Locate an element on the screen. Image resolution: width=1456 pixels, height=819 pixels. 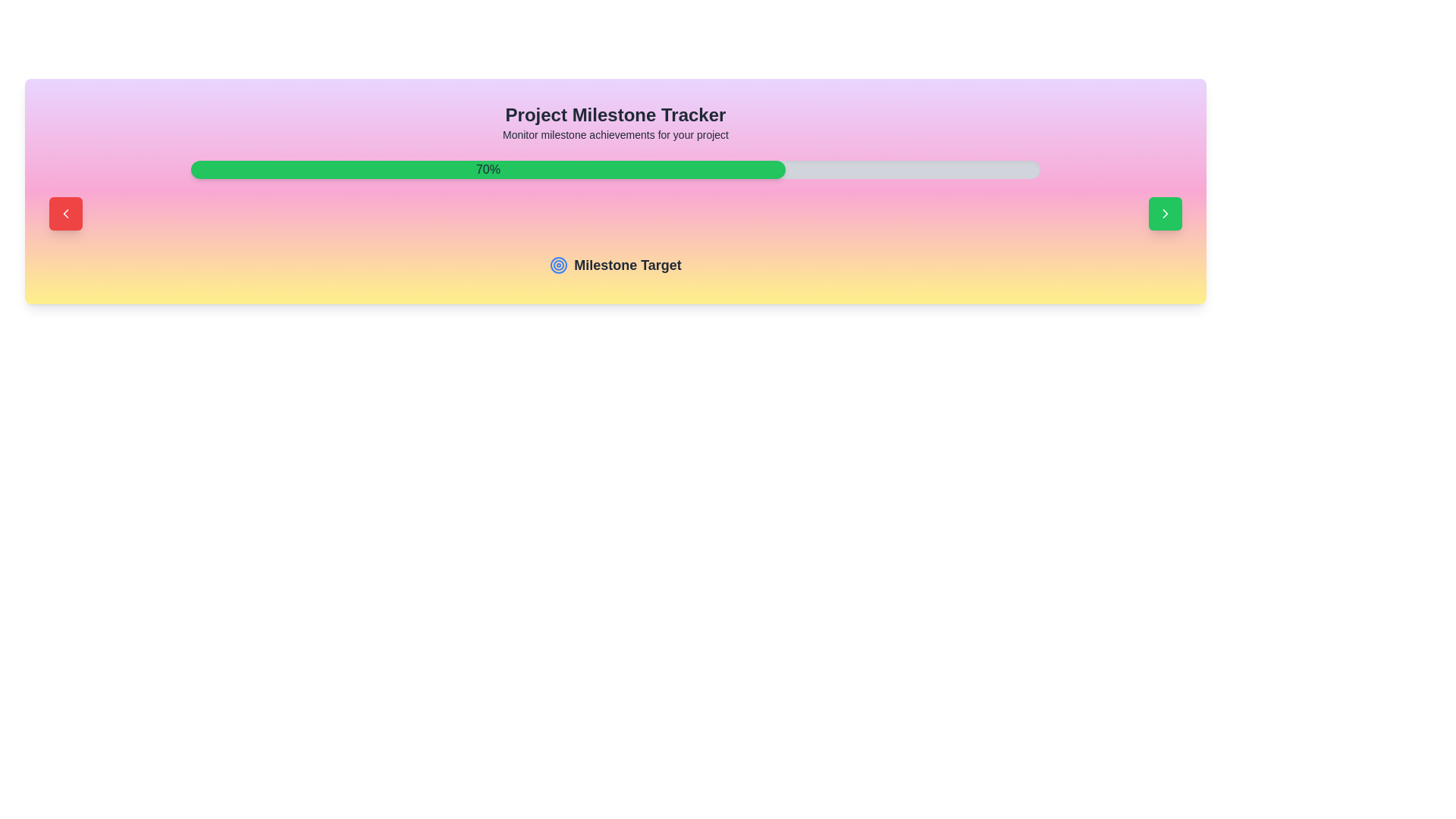
the square green button with rounded corners and a white arrow icon pointing to the right, located at the far right of the horizontal bar is located at coordinates (1164, 213).